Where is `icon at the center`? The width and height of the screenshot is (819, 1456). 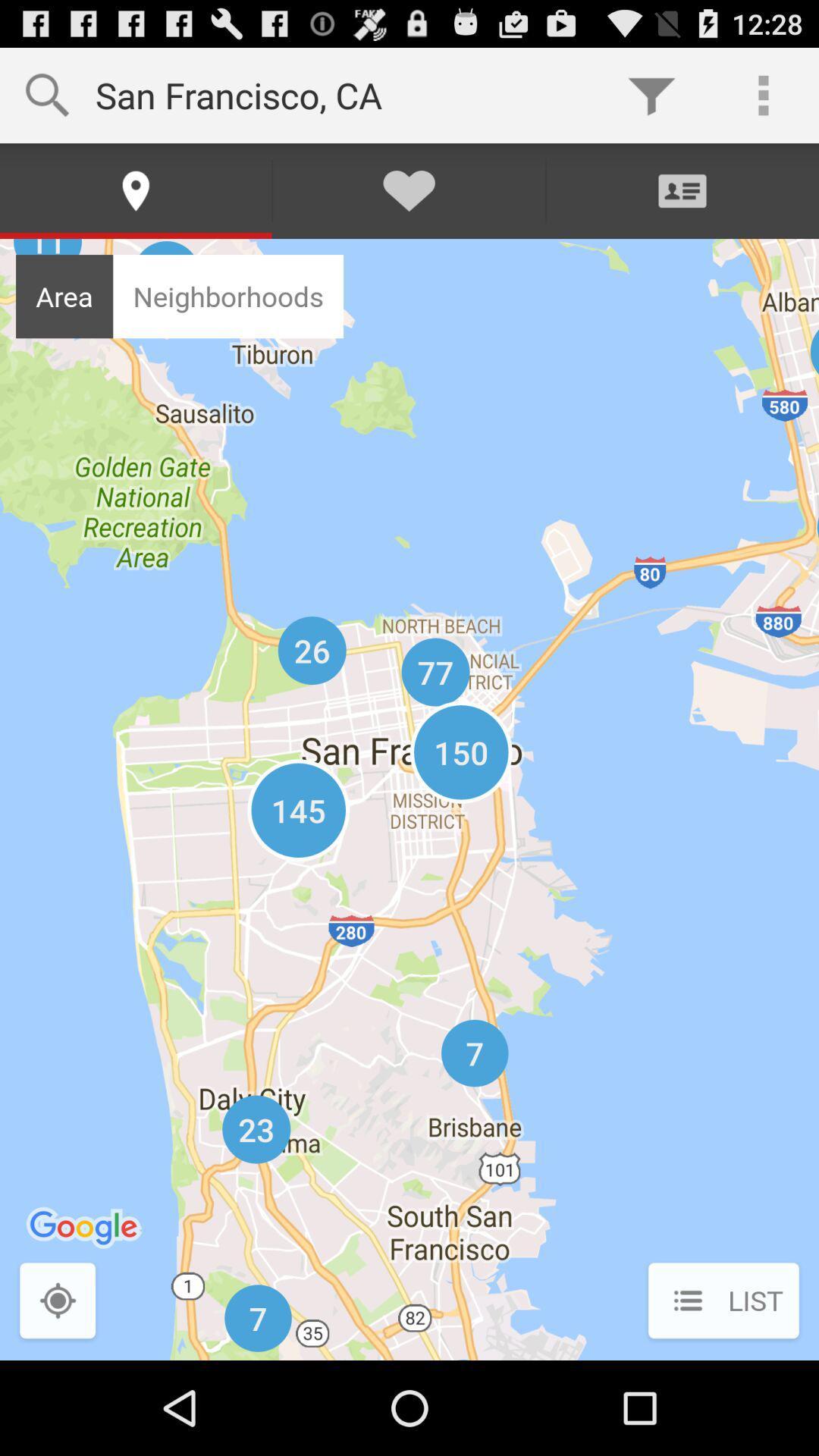 icon at the center is located at coordinates (409, 799).